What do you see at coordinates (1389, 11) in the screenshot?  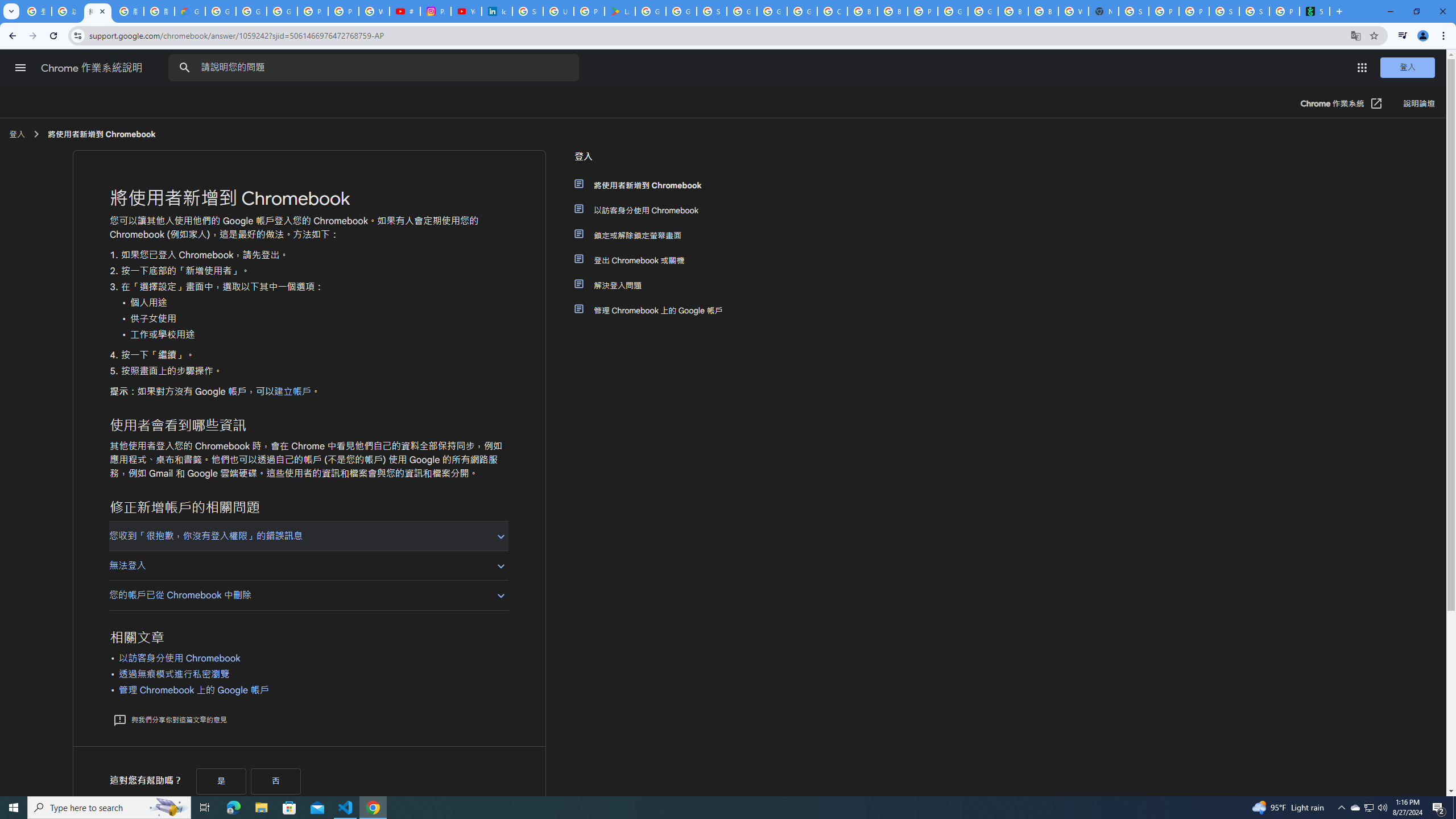 I see `'Minimize'` at bounding box center [1389, 11].